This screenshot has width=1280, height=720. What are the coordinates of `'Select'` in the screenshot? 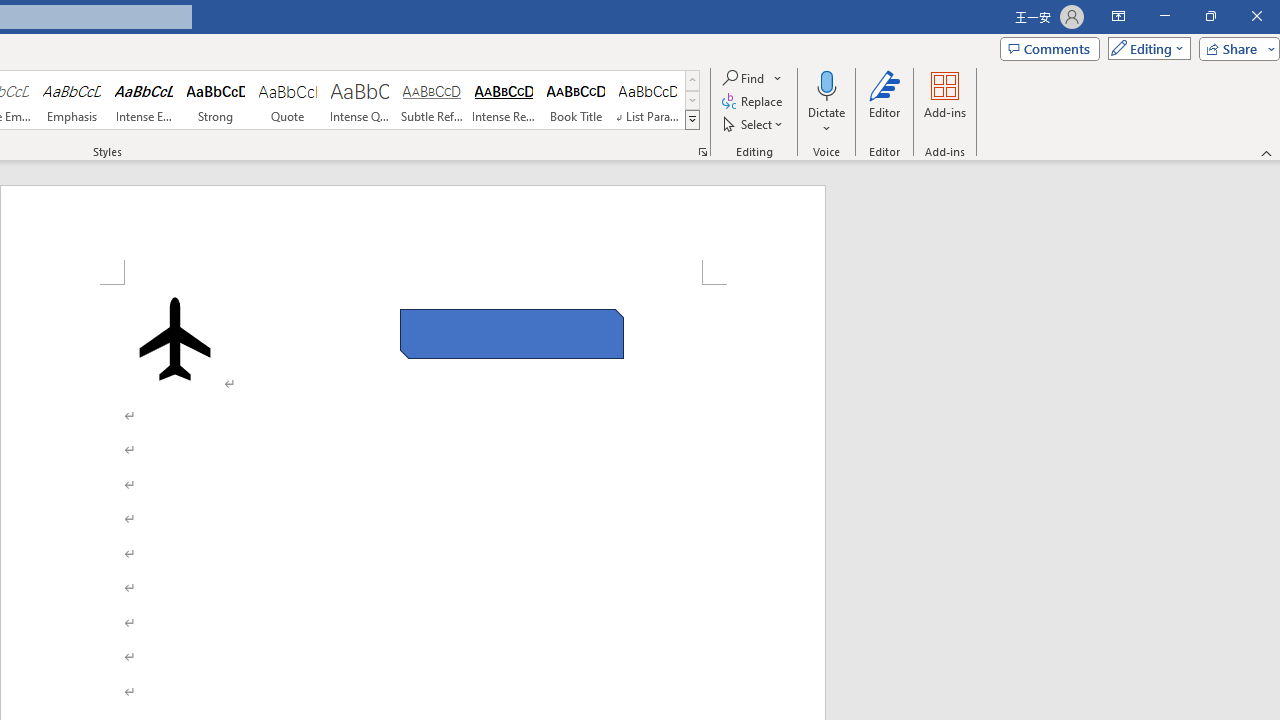 It's located at (753, 124).